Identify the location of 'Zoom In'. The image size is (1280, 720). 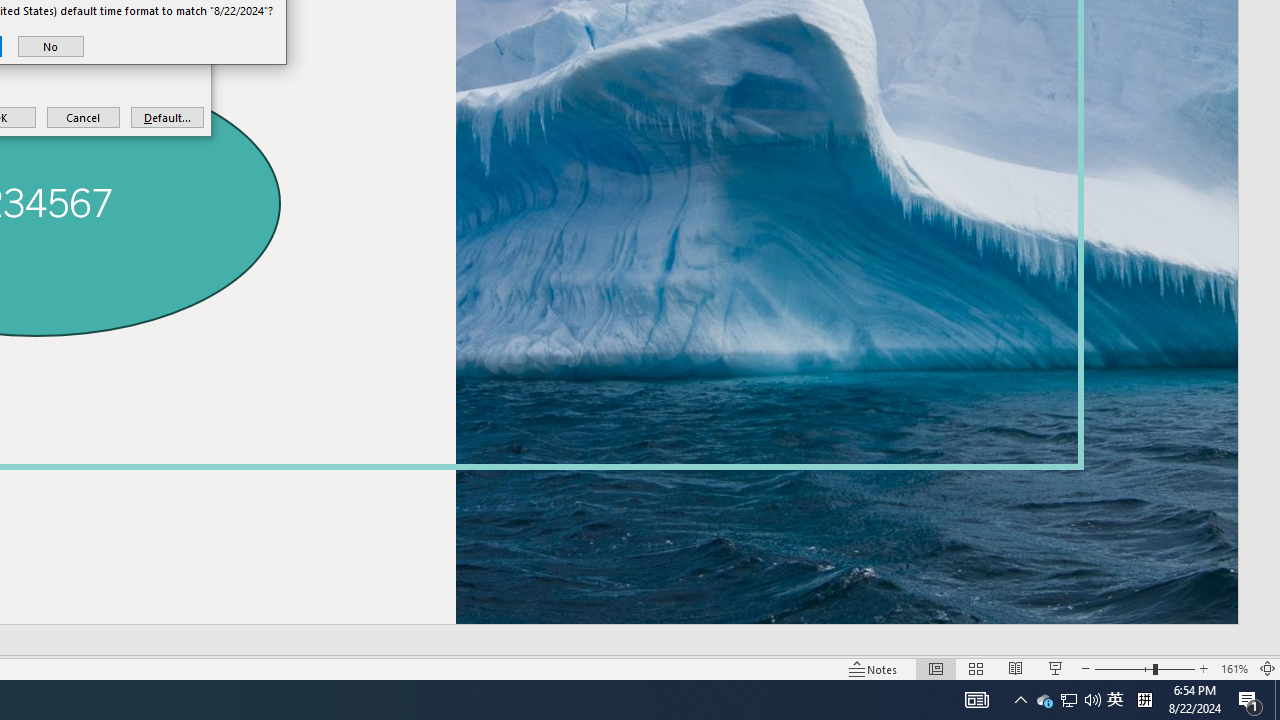
(1203, 669).